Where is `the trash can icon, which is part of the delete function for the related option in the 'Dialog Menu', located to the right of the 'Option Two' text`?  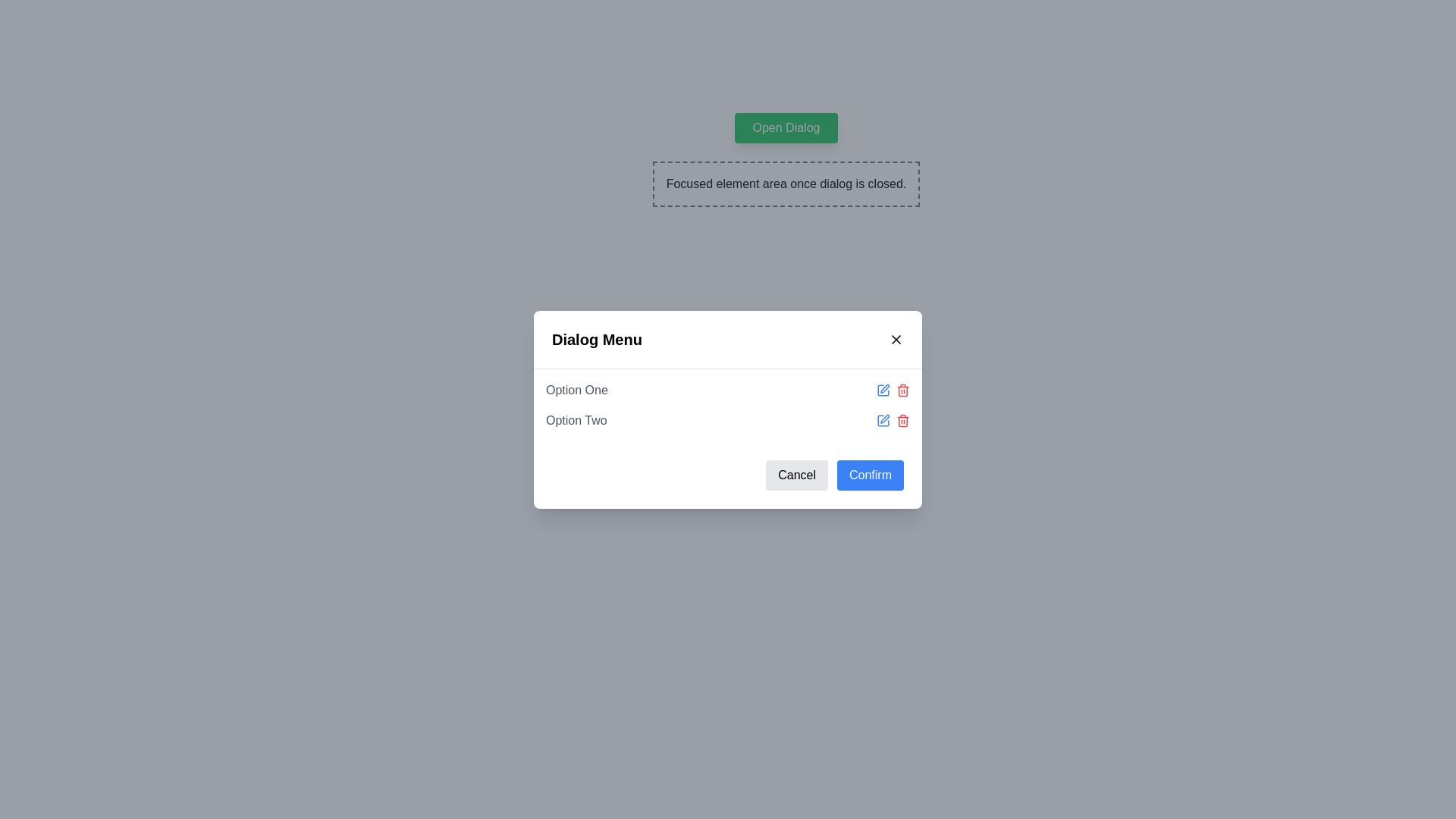 the trash can icon, which is part of the delete function for the related option in the 'Dialog Menu', located to the right of the 'Option Two' text is located at coordinates (902, 421).